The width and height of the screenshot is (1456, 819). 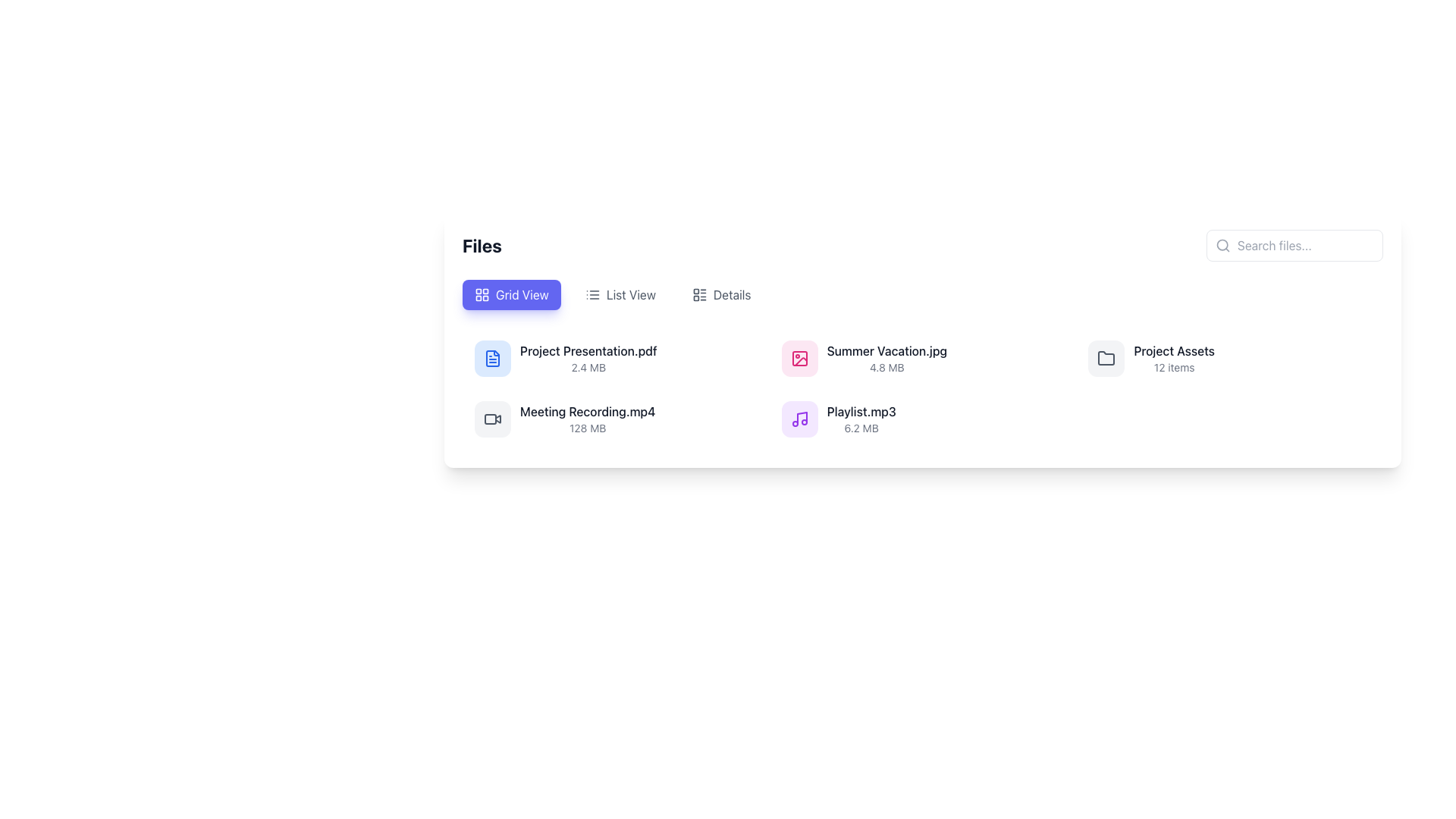 I want to click on the second file list item labeled 'Summer Vacation.jpg', so click(x=864, y=359).